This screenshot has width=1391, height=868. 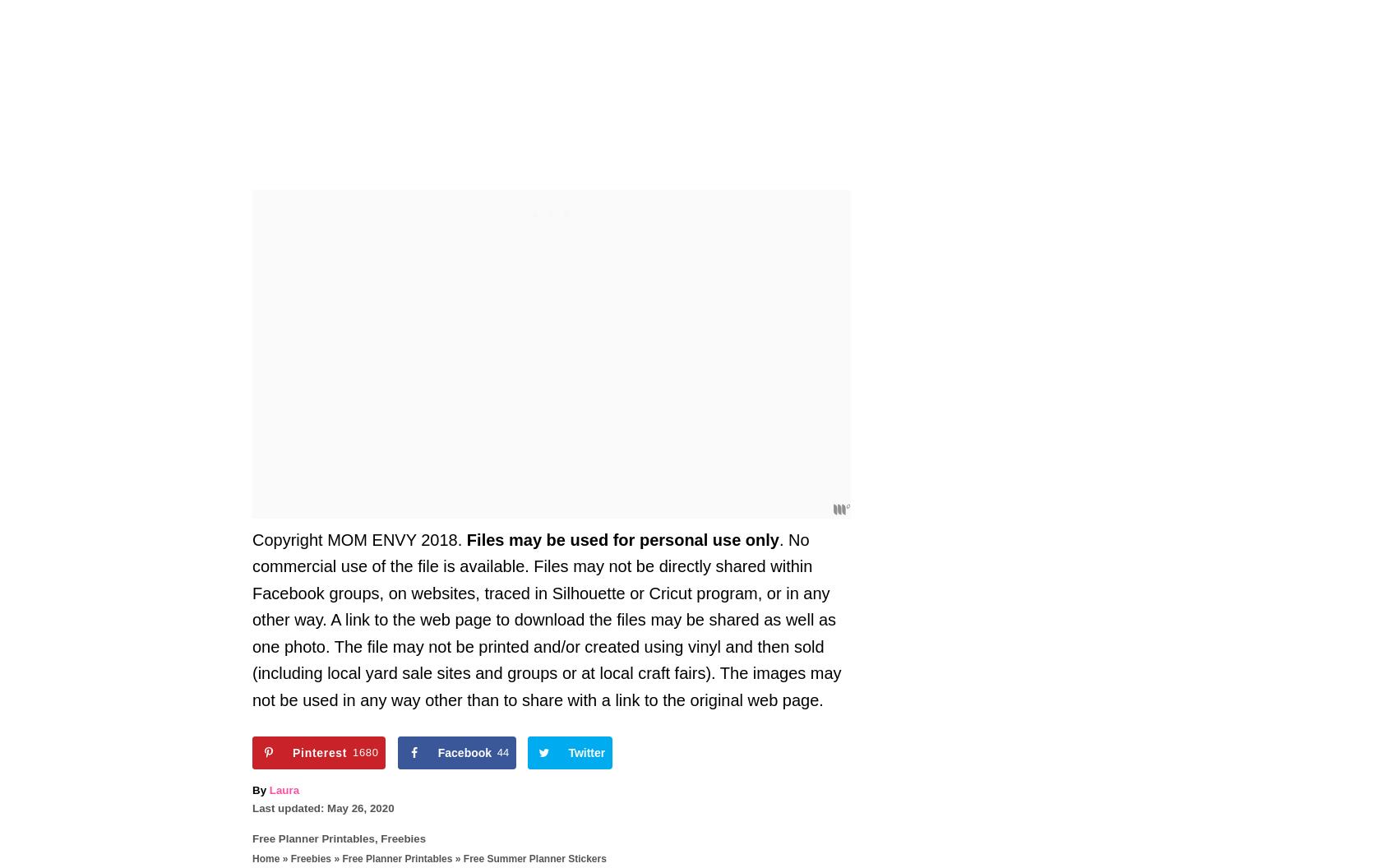 I want to click on 'Pinterest', so click(x=292, y=751).